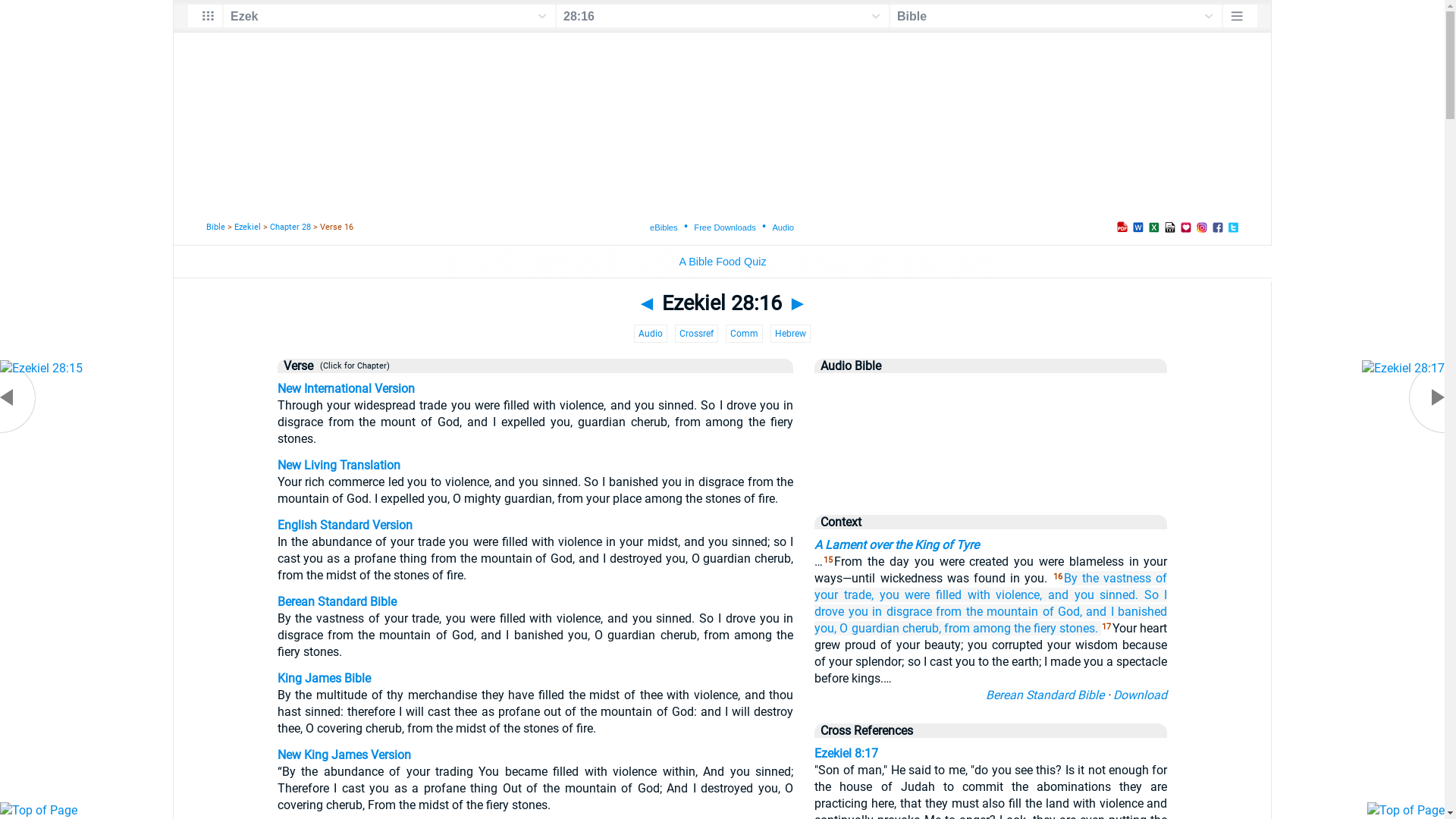 This screenshot has width=1456, height=819. I want to click on 'YouTube video player', so click(990, 438).